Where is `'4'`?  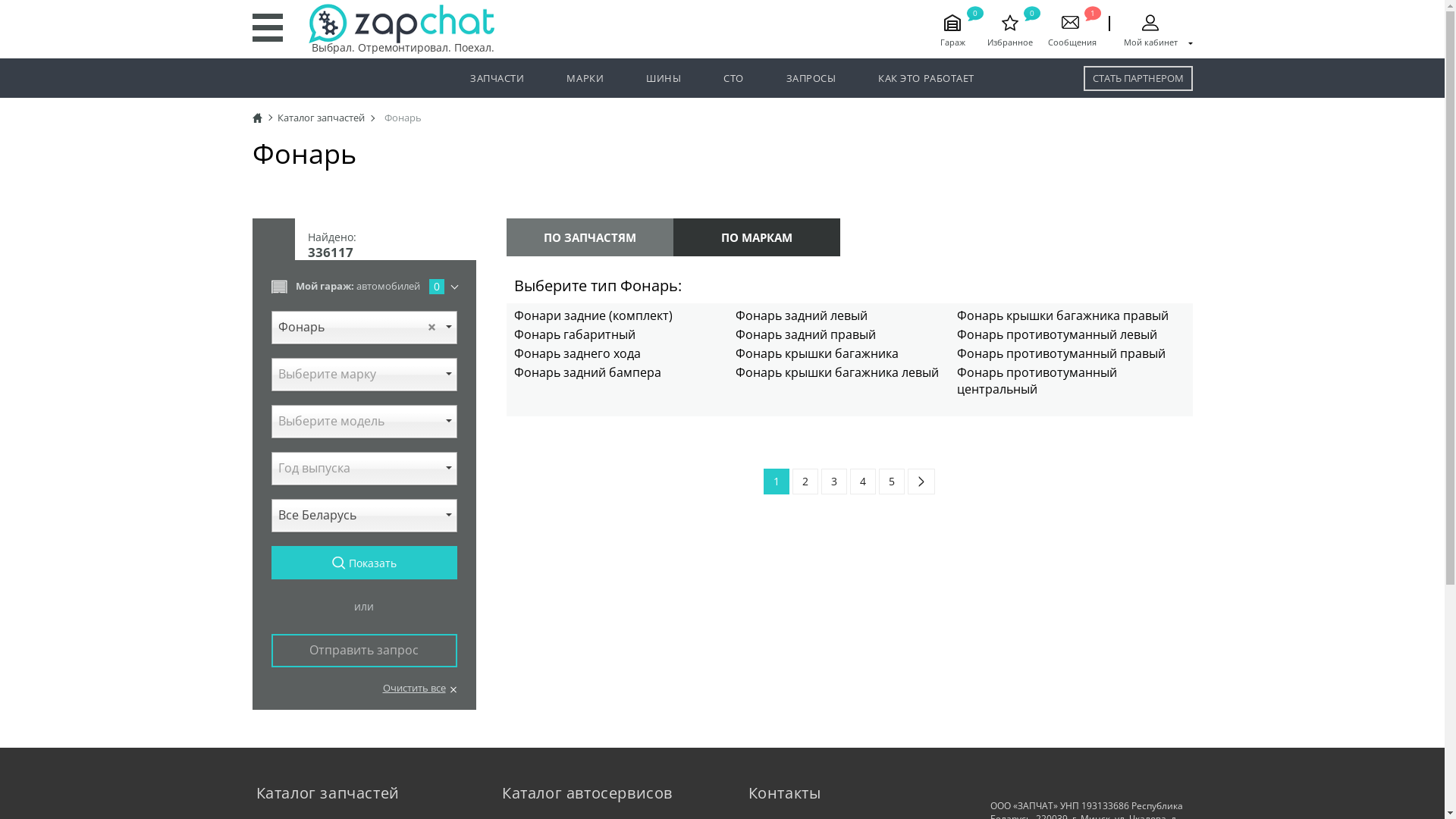 '4' is located at coordinates (850, 482).